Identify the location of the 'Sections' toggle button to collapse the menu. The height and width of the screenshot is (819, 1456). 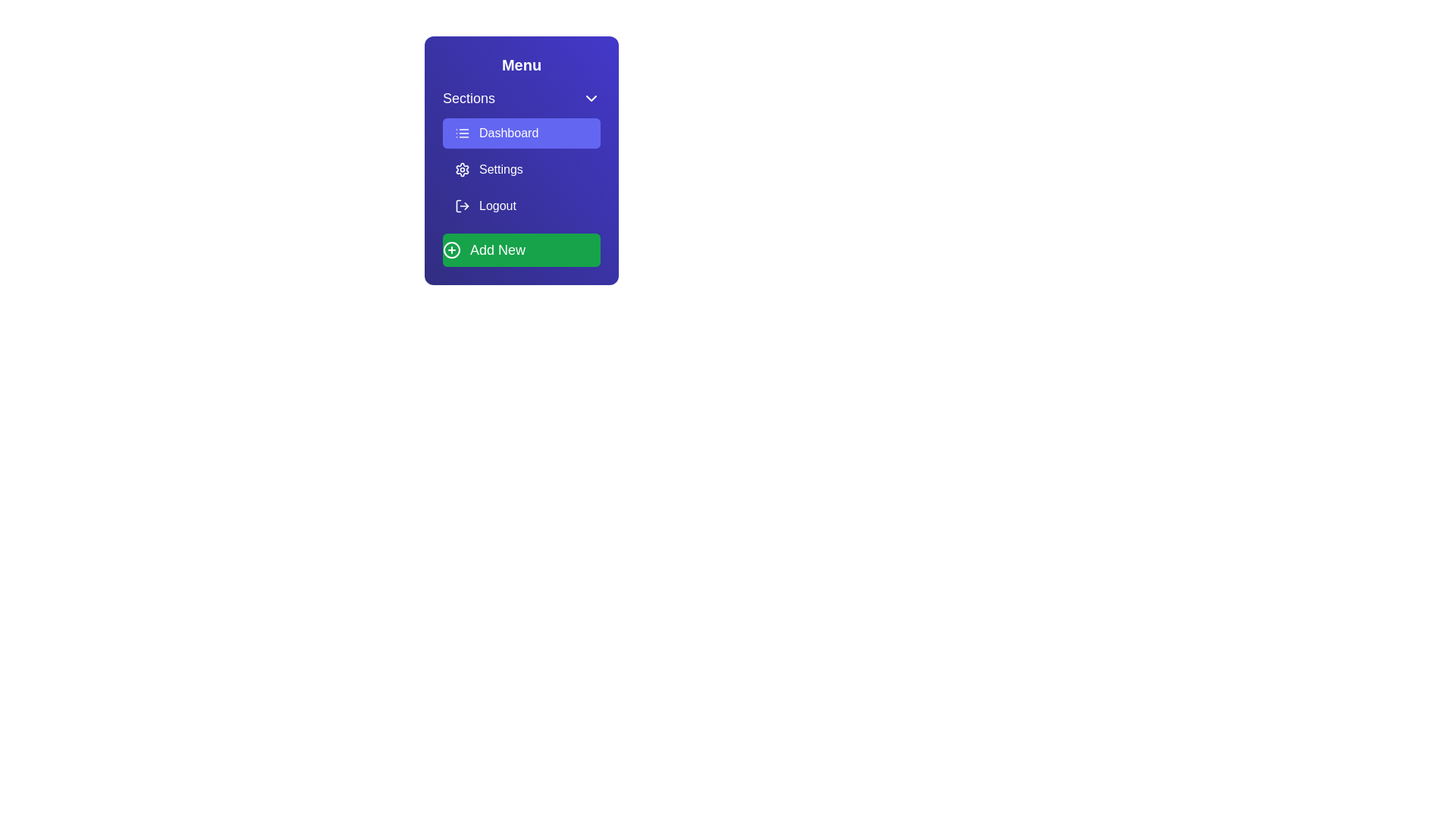
(521, 99).